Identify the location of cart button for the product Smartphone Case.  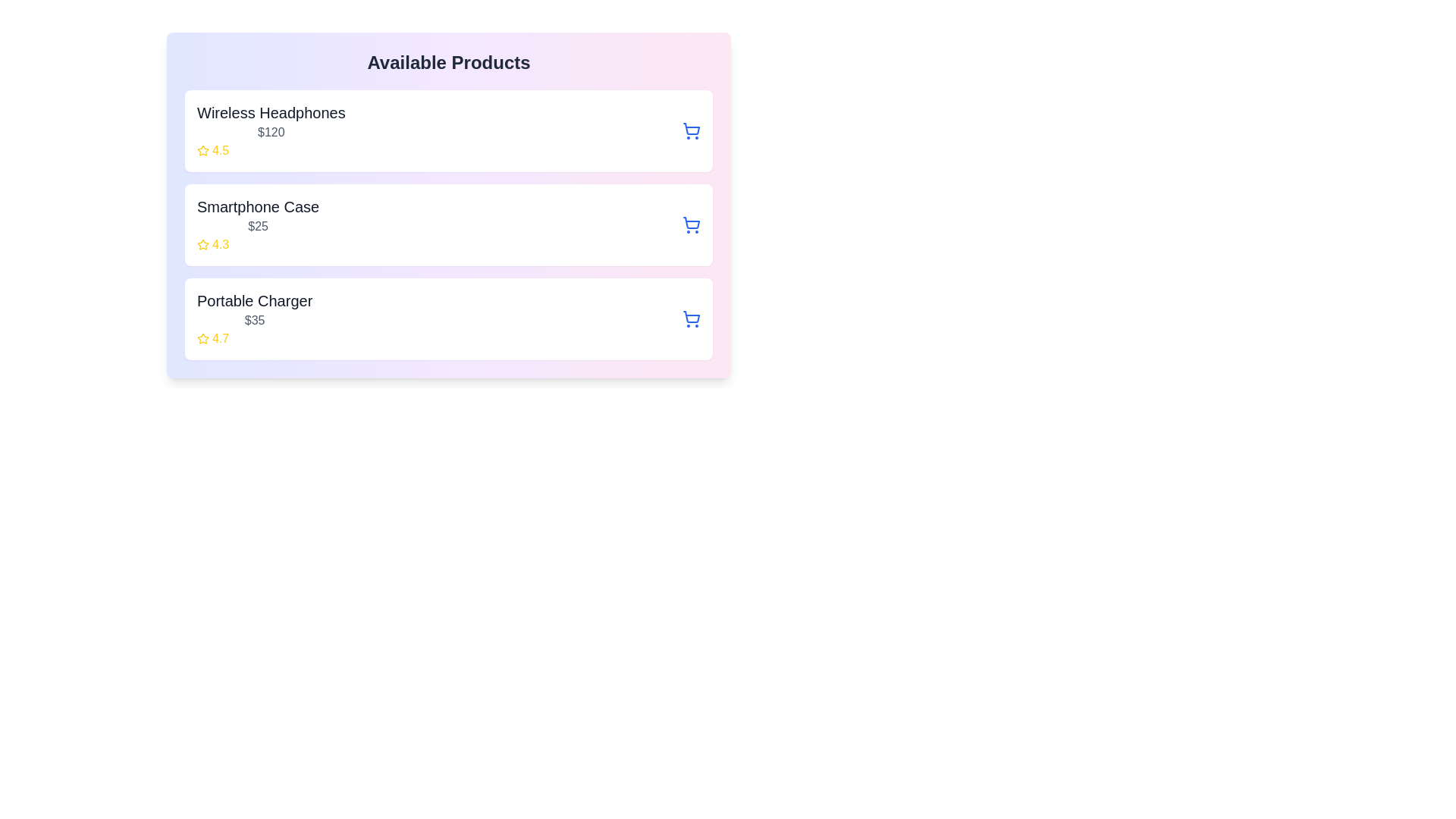
(691, 225).